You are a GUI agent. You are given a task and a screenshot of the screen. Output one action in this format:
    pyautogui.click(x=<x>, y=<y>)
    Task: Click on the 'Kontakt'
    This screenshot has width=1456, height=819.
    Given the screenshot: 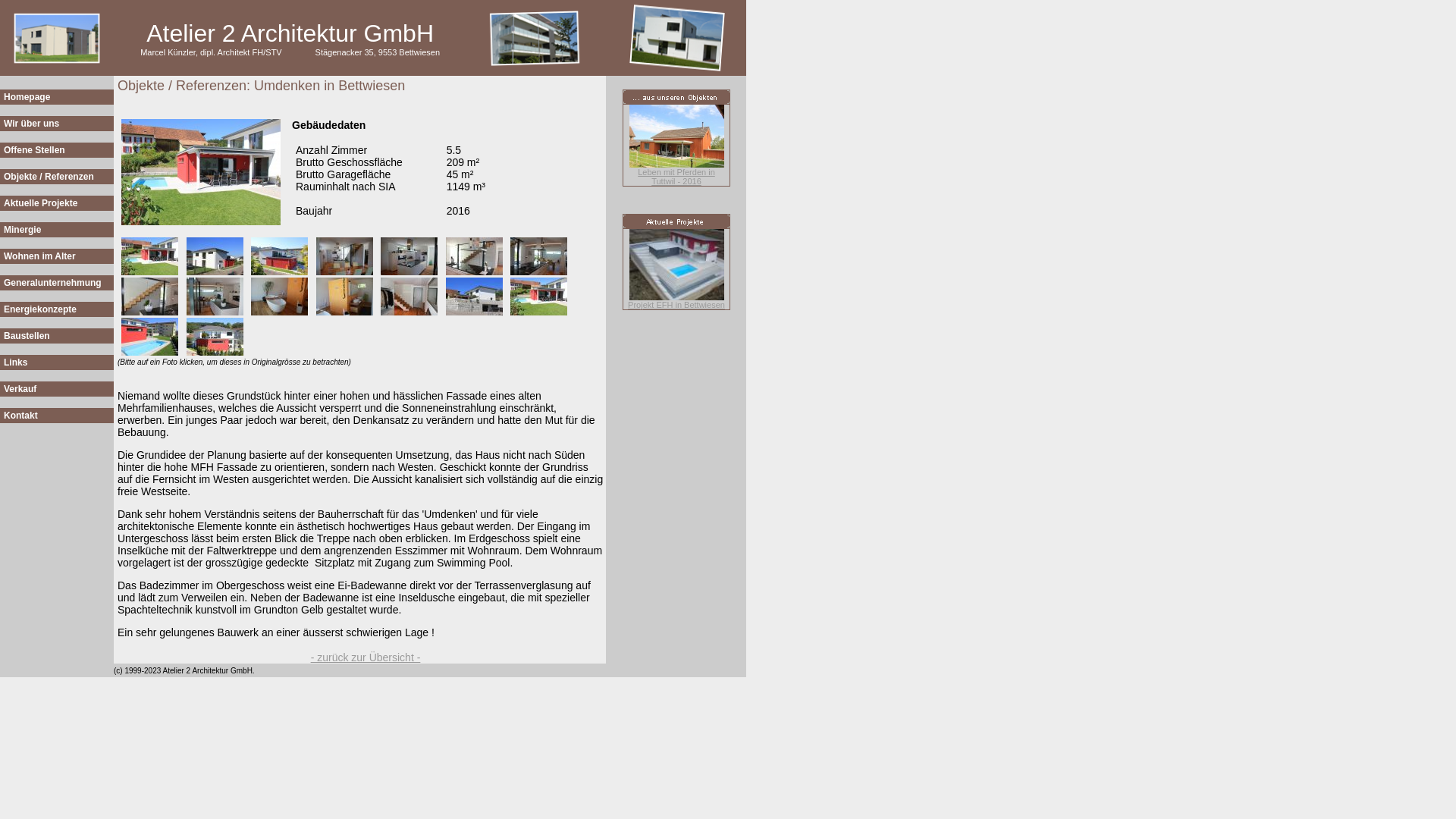 What is the action you would take?
    pyautogui.click(x=20, y=415)
    